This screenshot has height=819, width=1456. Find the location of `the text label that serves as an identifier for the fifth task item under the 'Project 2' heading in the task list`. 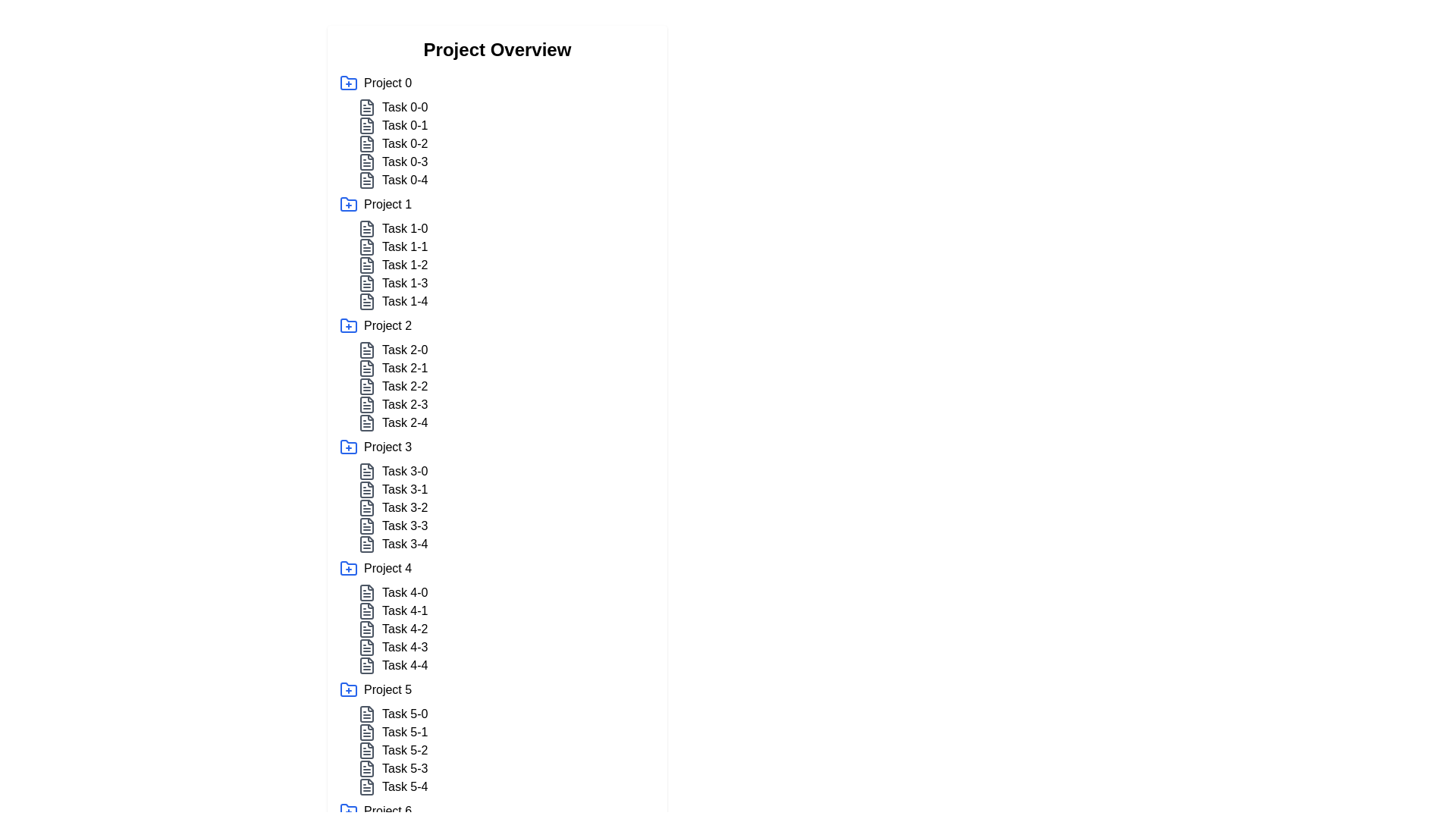

the text label that serves as an identifier for the fifth task item under the 'Project 2' heading in the task list is located at coordinates (405, 423).